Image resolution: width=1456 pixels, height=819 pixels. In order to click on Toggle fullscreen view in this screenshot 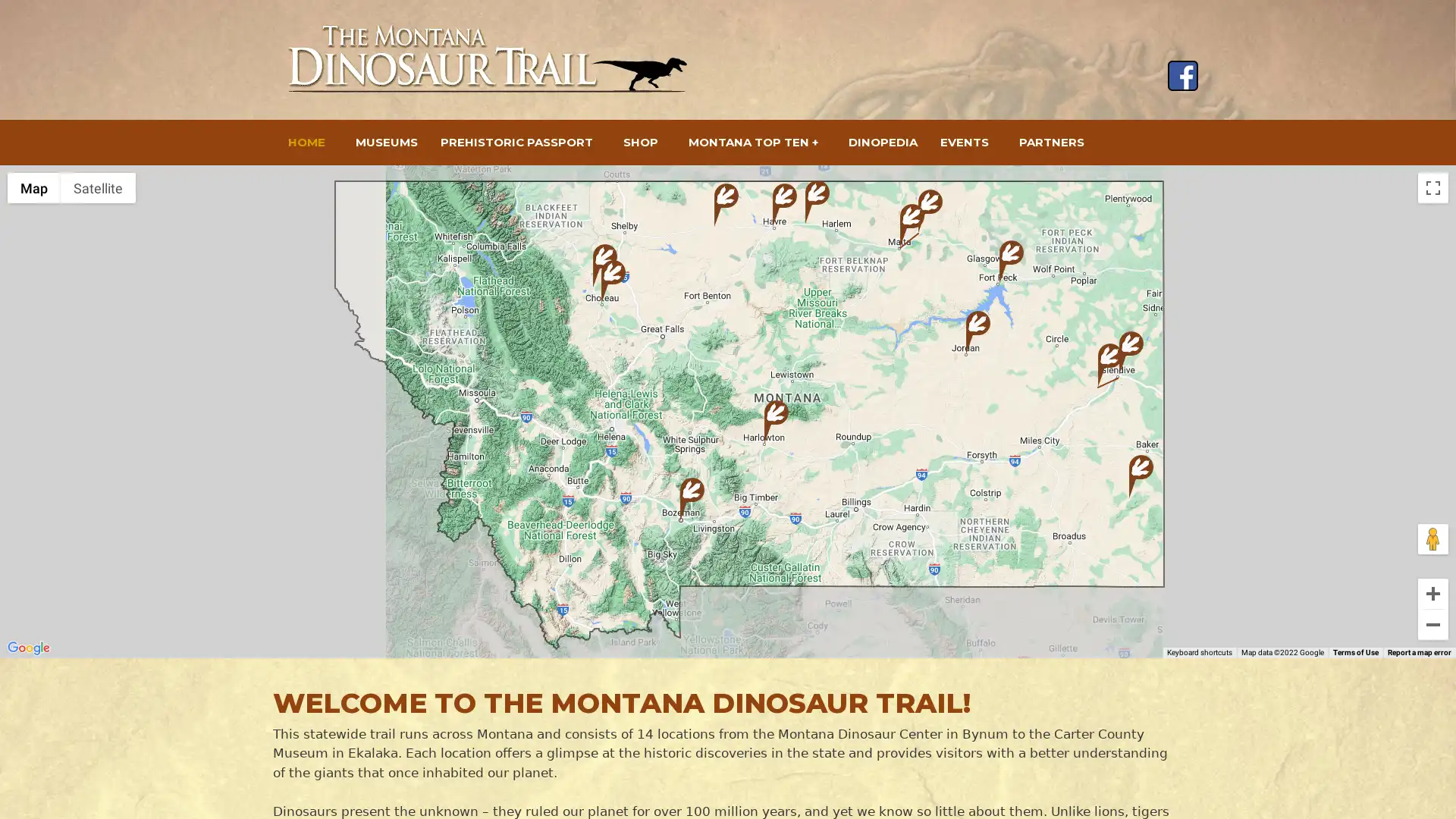, I will do `click(1432, 187)`.